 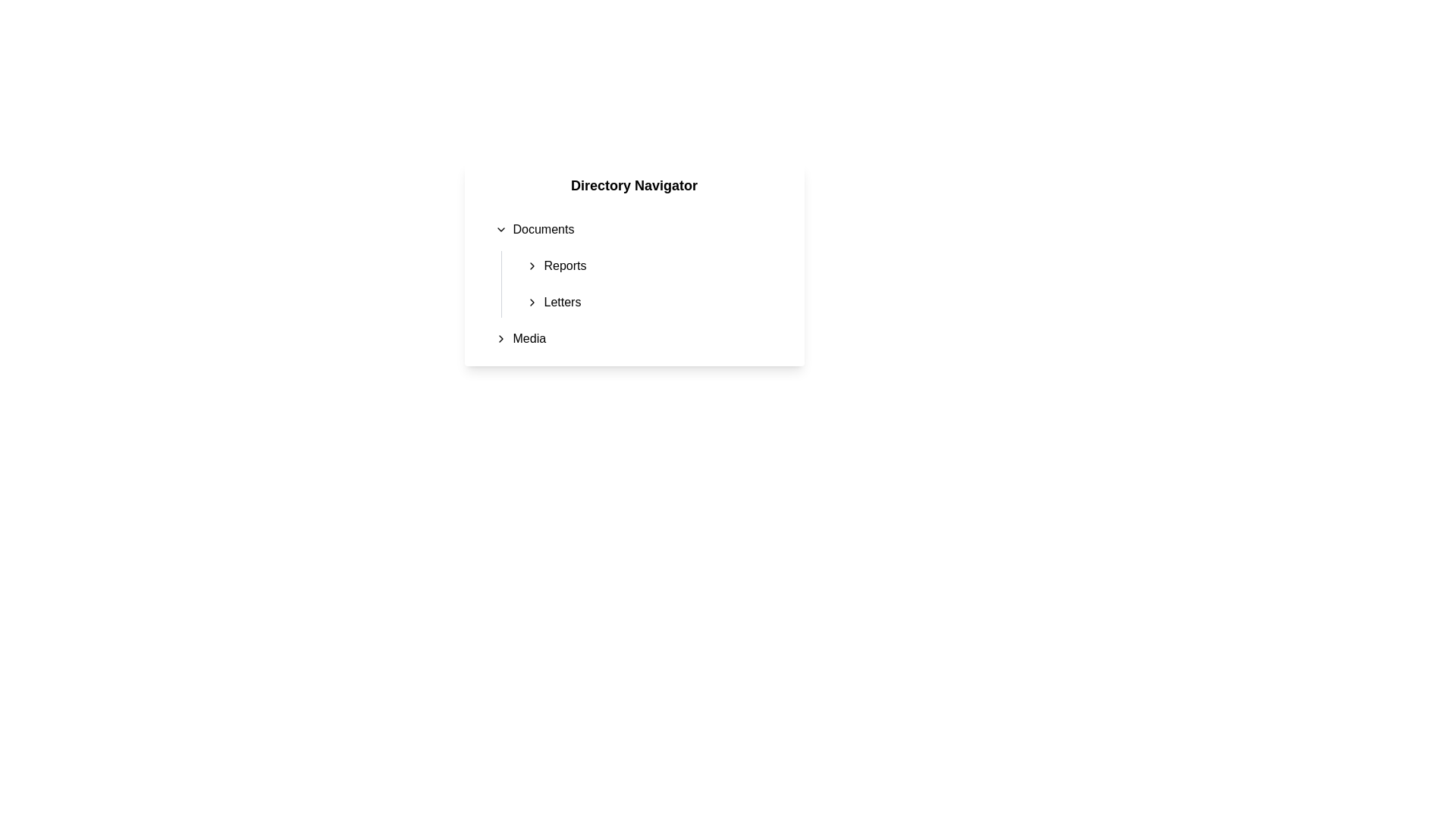 What do you see at coordinates (561, 302) in the screenshot?
I see `the text label displaying 'Letters', which is positioned between 'Reports' and 'Media' in the hierarchical list interface` at bounding box center [561, 302].